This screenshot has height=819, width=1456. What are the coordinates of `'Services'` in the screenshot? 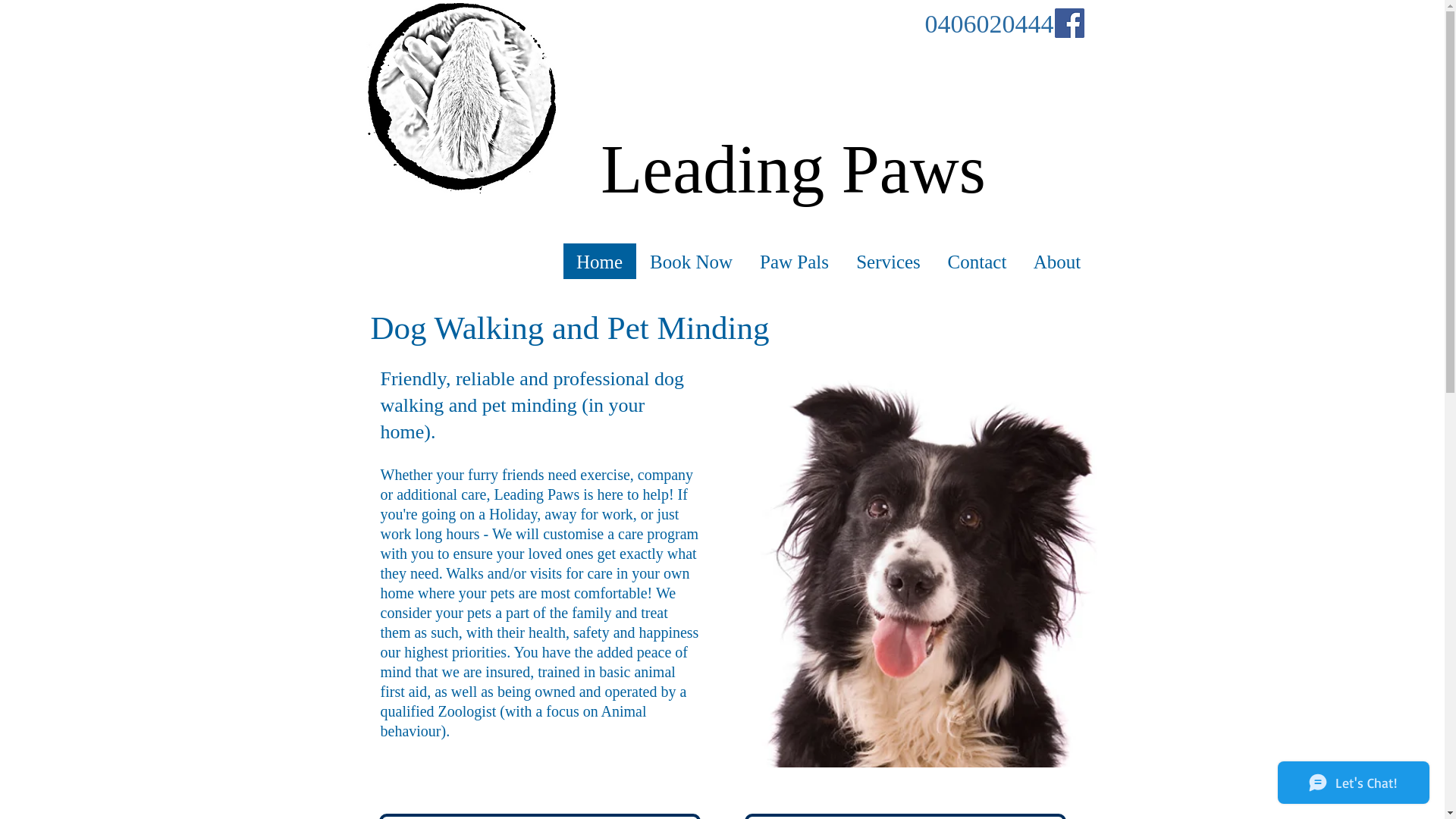 It's located at (840, 261).